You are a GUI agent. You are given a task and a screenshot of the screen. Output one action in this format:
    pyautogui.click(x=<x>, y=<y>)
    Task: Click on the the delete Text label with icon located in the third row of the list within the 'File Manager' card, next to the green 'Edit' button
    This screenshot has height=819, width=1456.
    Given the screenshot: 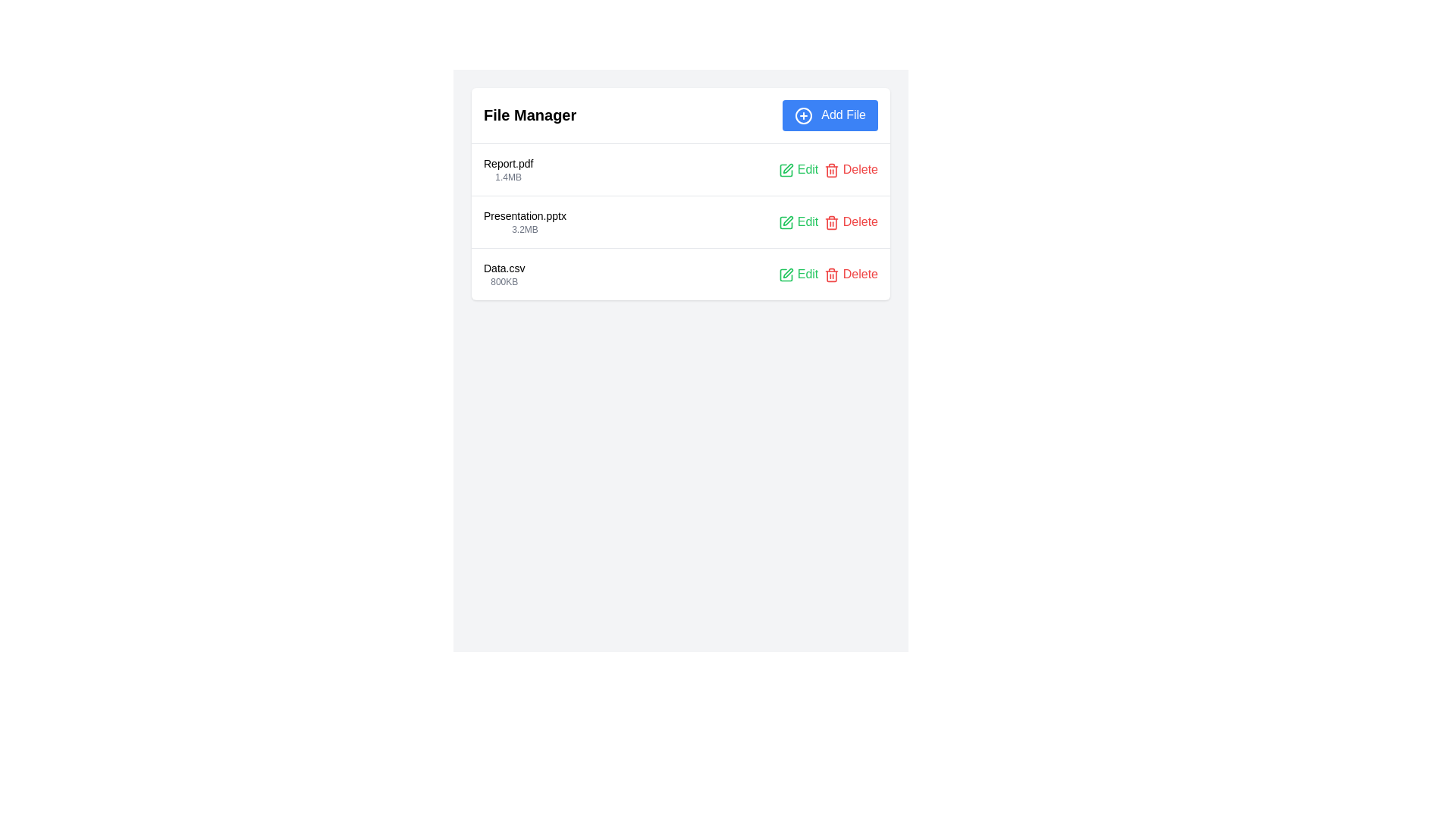 What is the action you would take?
    pyautogui.click(x=851, y=274)
    